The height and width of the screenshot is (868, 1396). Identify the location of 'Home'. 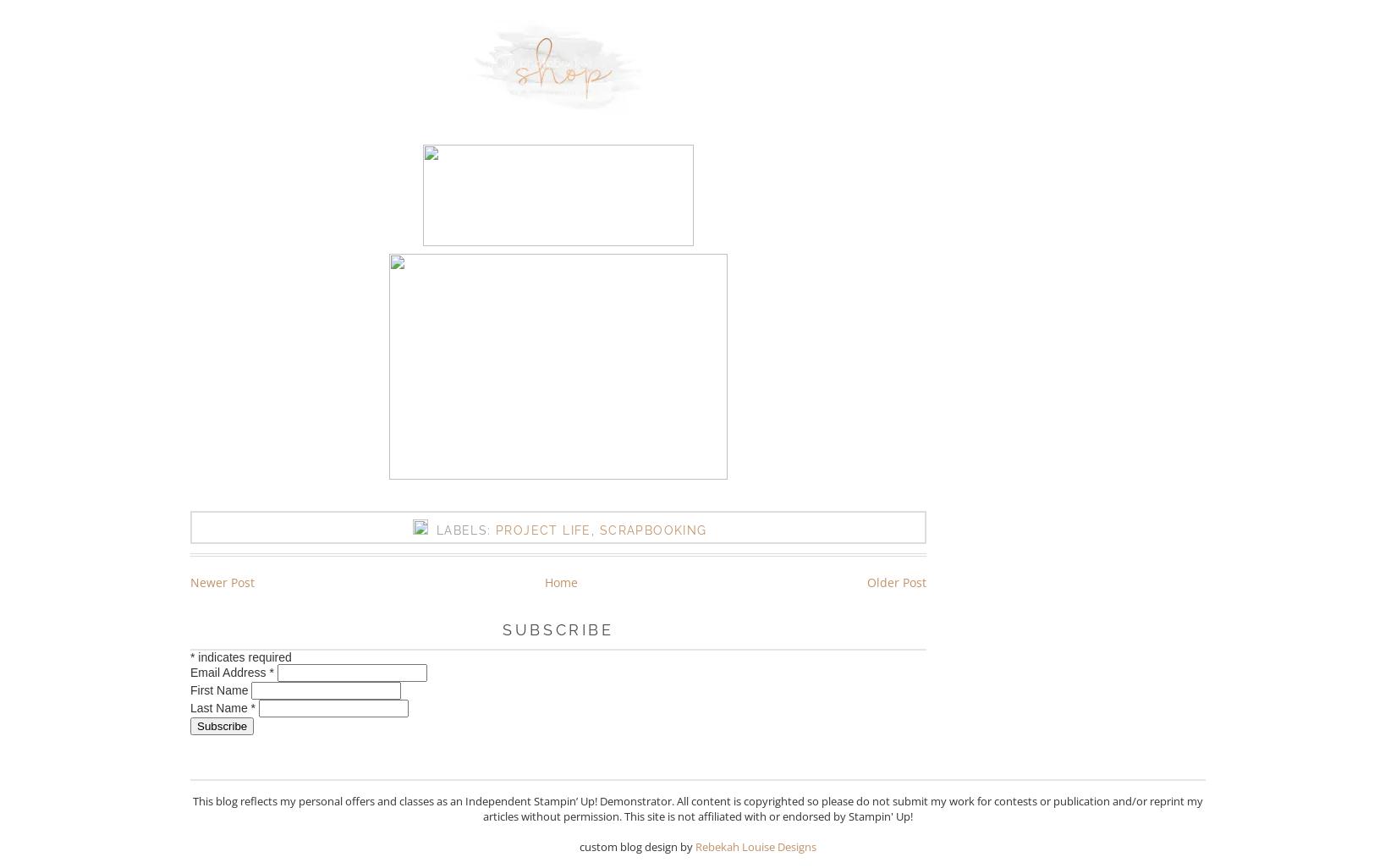
(559, 580).